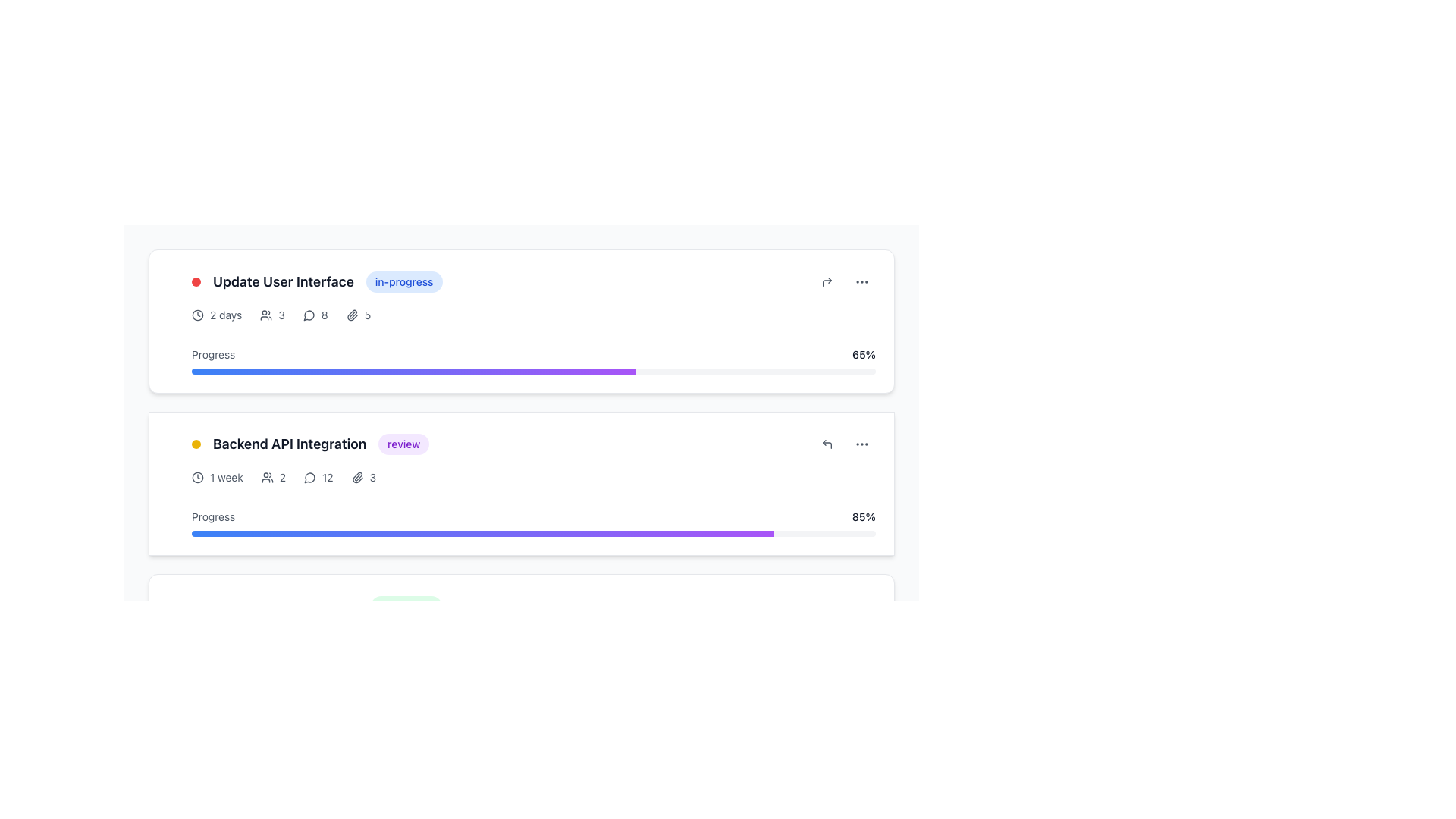  I want to click on displayed information from the informational panel that shows time duration and associated statistics for the task 'Backend API Integration', so click(534, 476).